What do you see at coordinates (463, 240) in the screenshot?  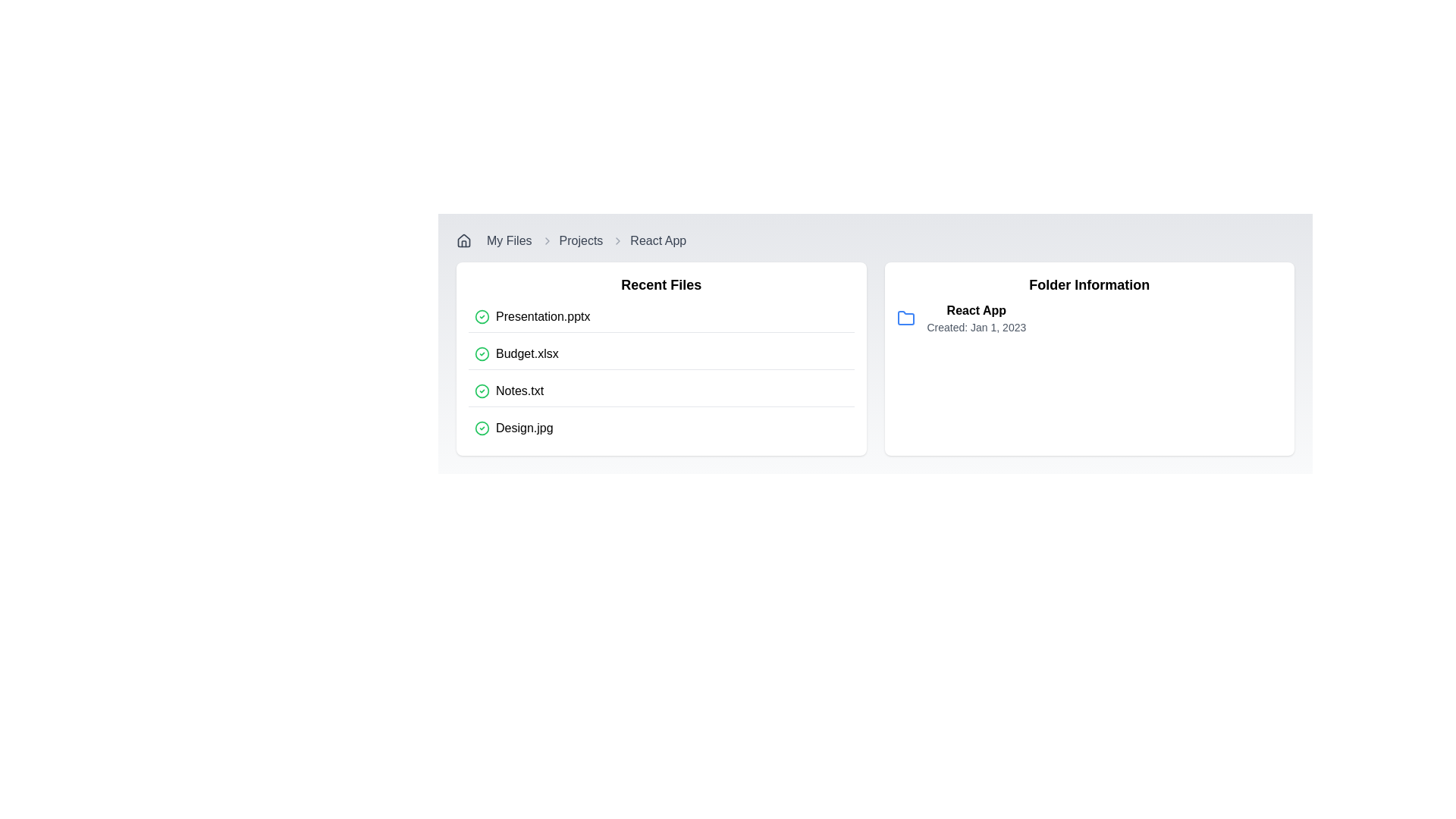 I see `the home icon button located in the breadcrumb navigation bar at the top-left, which is represented by a small outlined house icon` at bounding box center [463, 240].